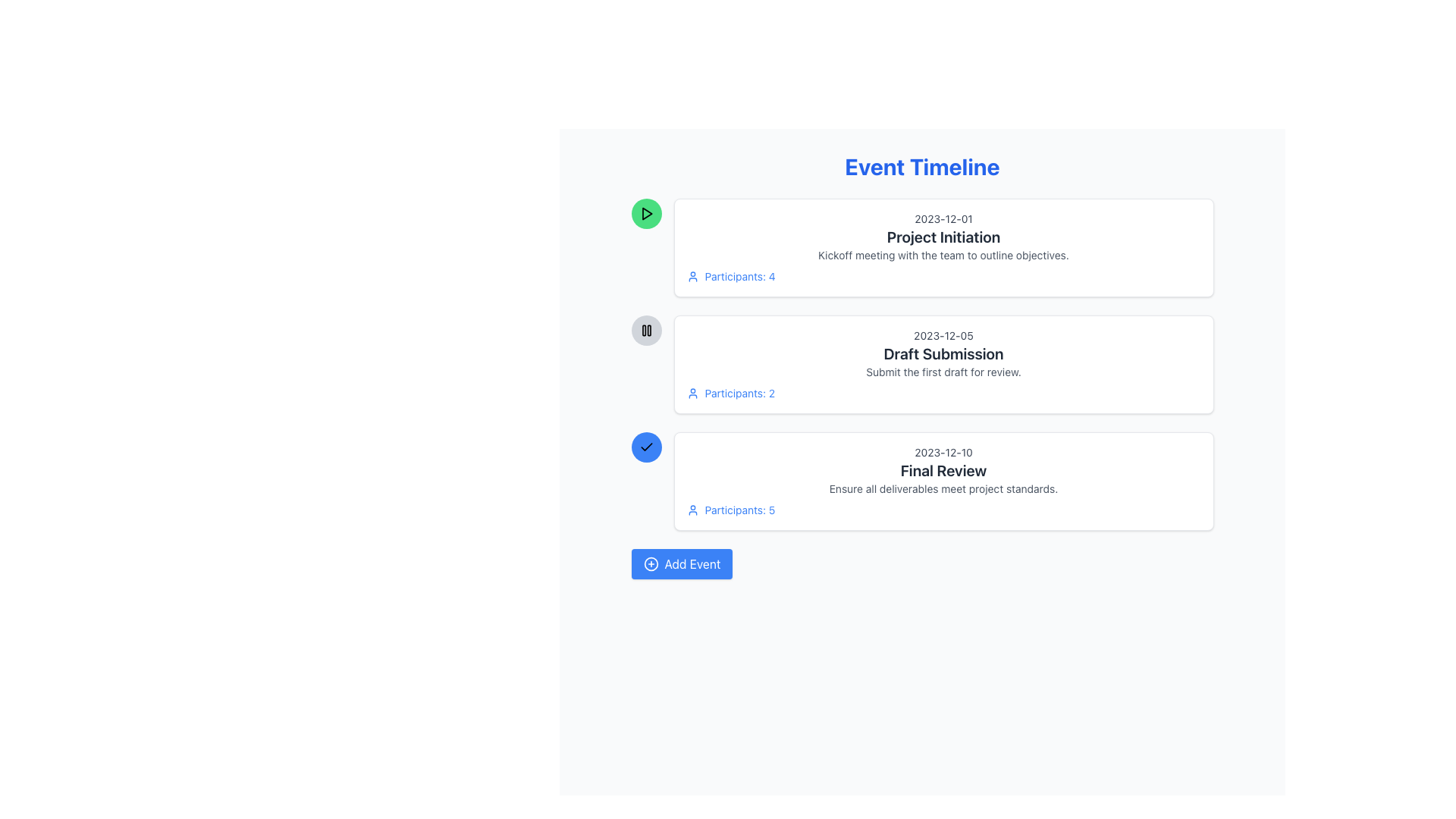  Describe the element at coordinates (943, 254) in the screenshot. I see `the text element that provides a short description related to the 'Project Initiation' event, located beneath the title and preceding participant information` at that location.